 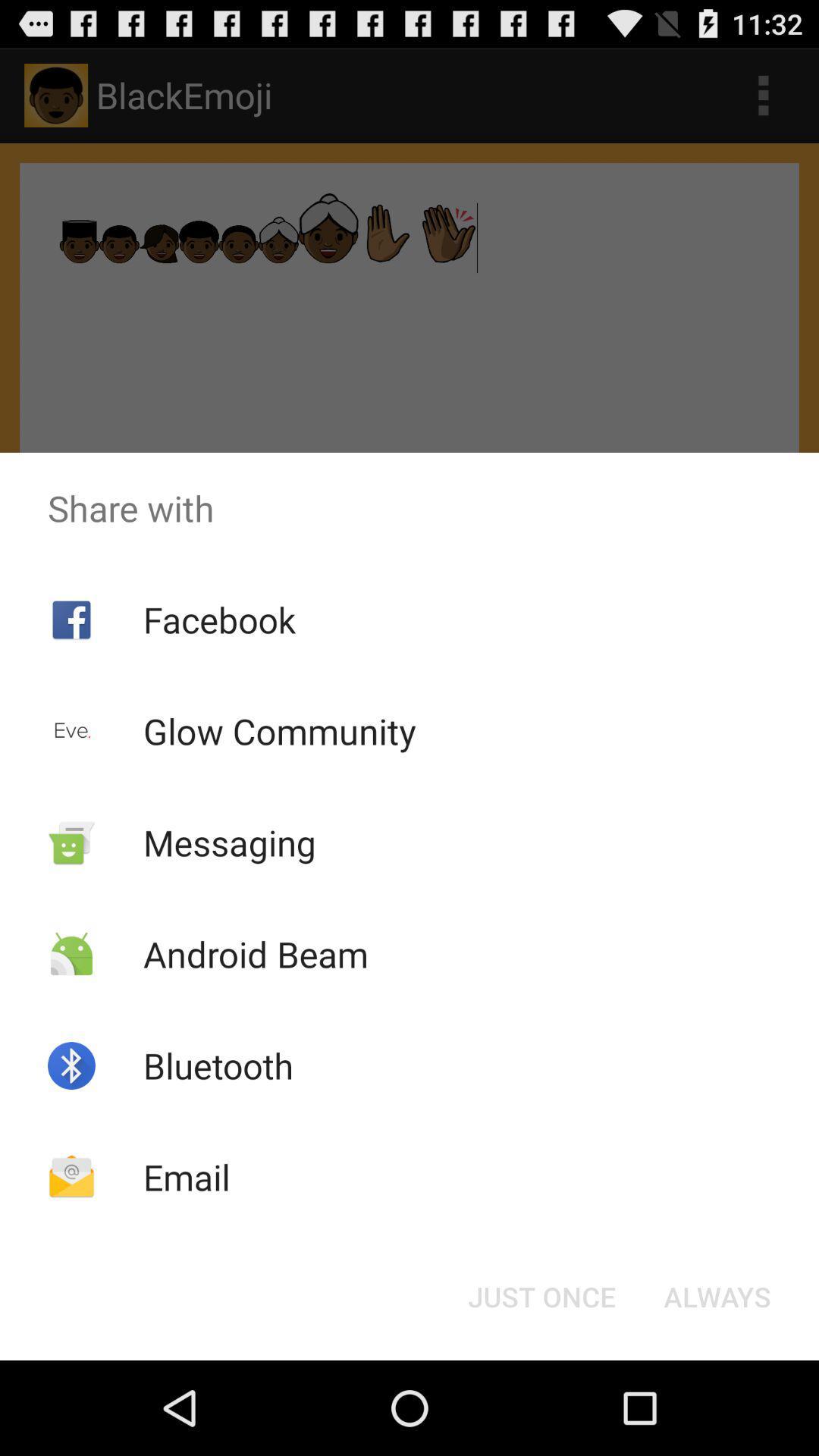 I want to click on the facebook icon, so click(x=219, y=620).